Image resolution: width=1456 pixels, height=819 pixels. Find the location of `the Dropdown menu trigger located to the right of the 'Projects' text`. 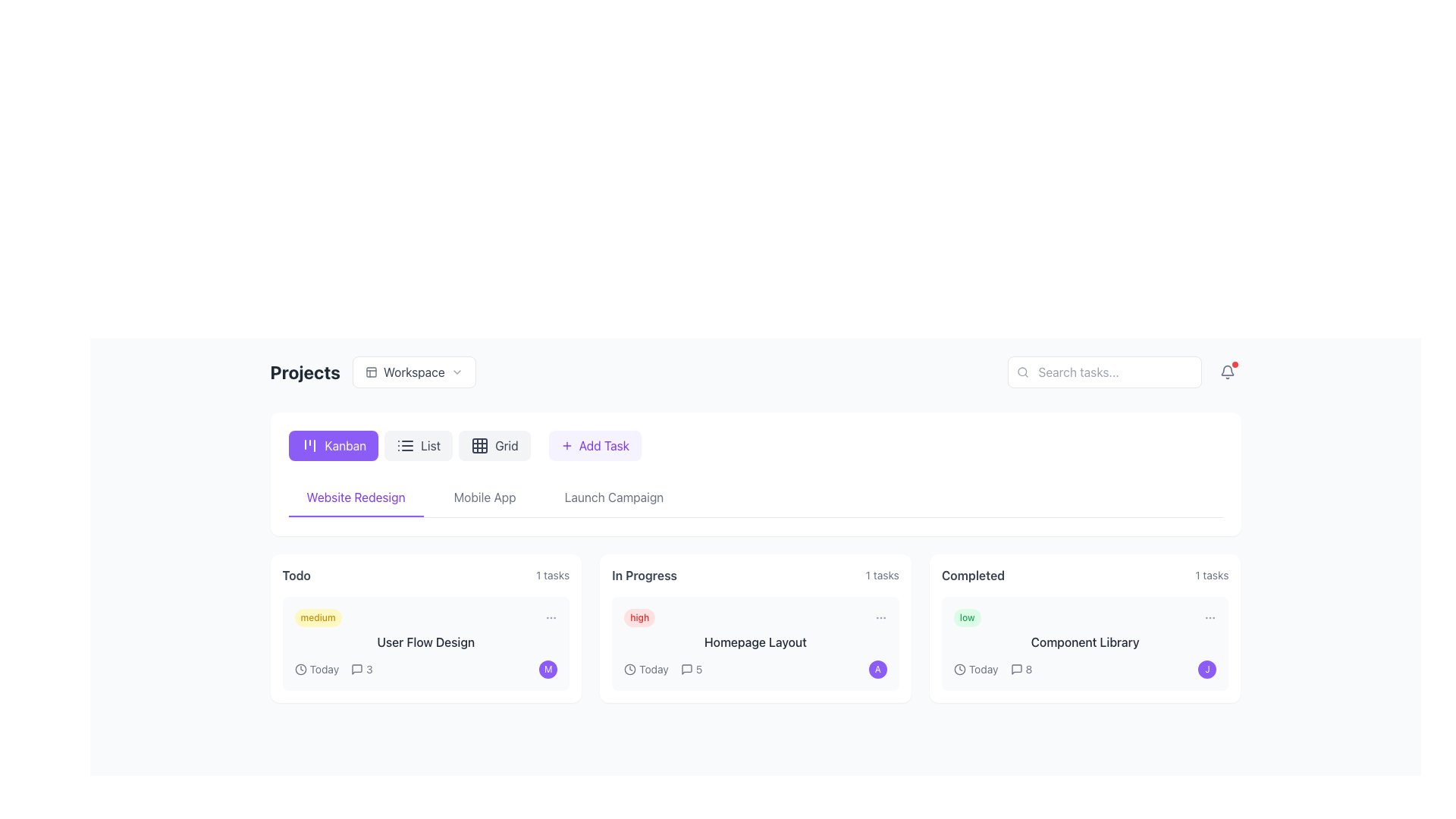

the Dropdown menu trigger located to the right of the 'Projects' text is located at coordinates (373, 372).